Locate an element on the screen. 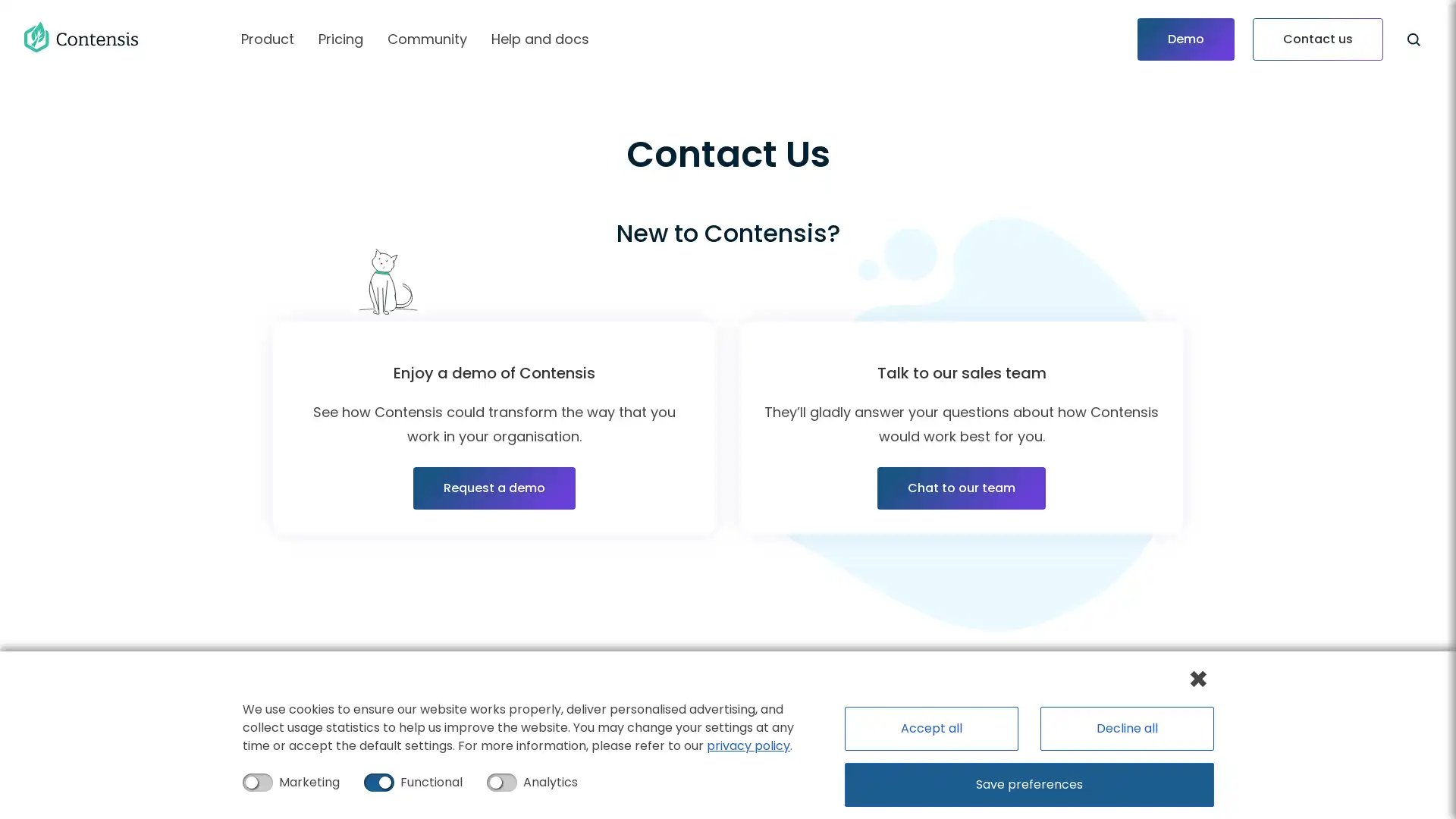  Save preferences is located at coordinates (1028, 784).